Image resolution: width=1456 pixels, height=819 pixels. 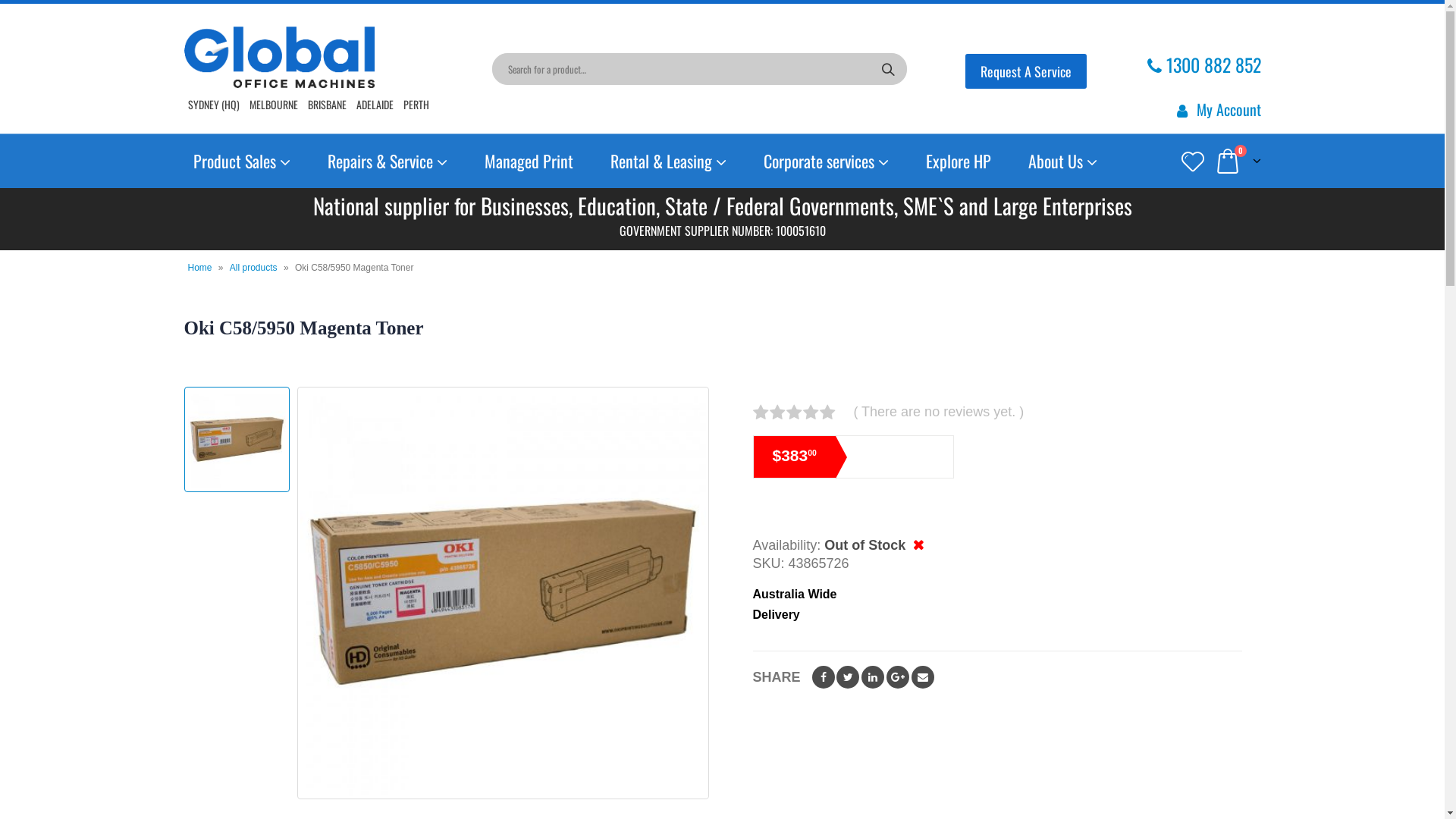 I want to click on 'Home', so click(x=199, y=267).